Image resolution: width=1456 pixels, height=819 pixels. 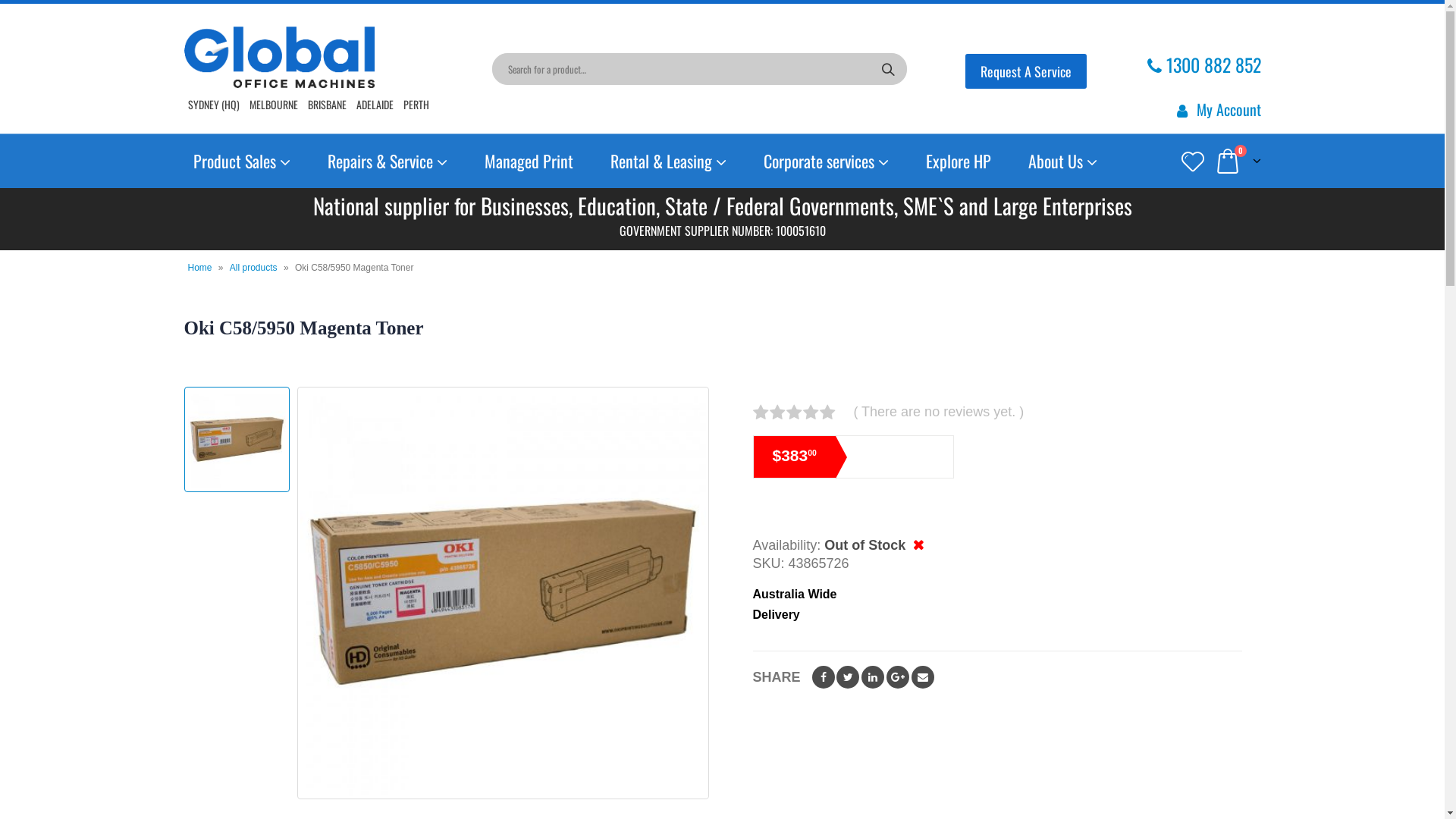 I want to click on 'Home', so click(x=199, y=267).